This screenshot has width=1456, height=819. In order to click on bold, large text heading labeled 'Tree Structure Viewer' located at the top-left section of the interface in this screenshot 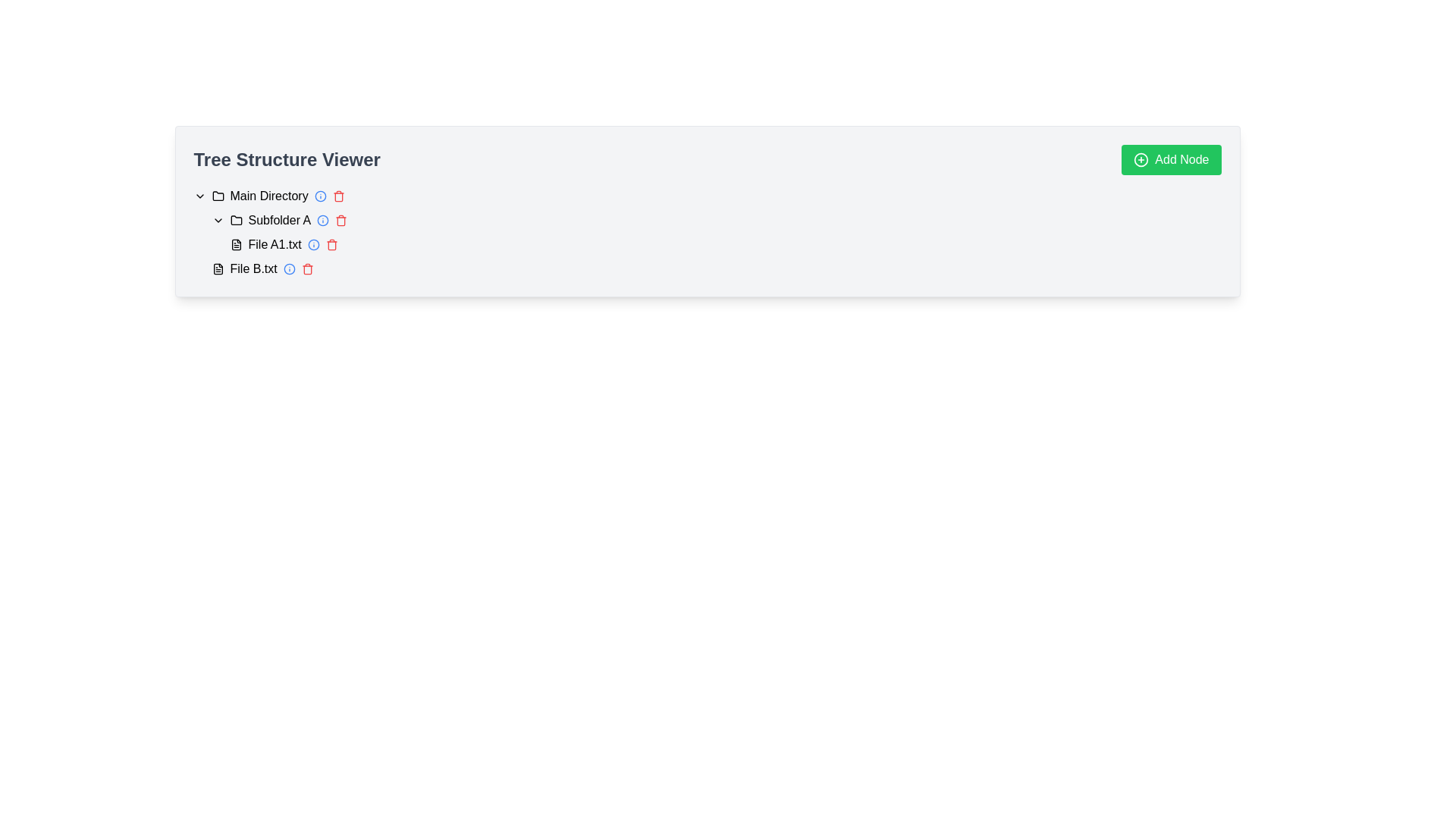, I will do `click(287, 160)`.